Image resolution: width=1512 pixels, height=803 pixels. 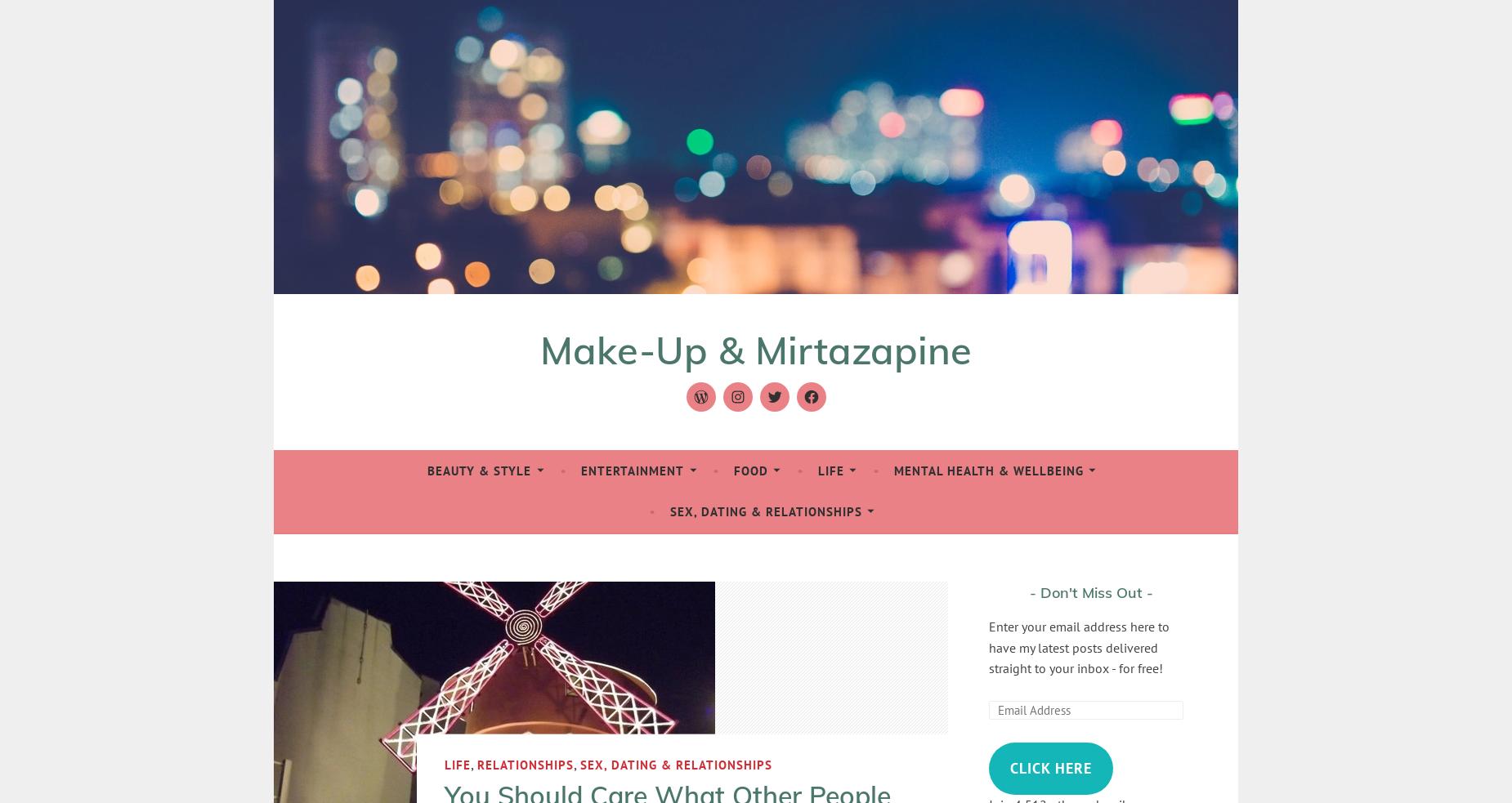 What do you see at coordinates (1039, 591) in the screenshot?
I see `'Don't Miss Out'` at bounding box center [1039, 591].